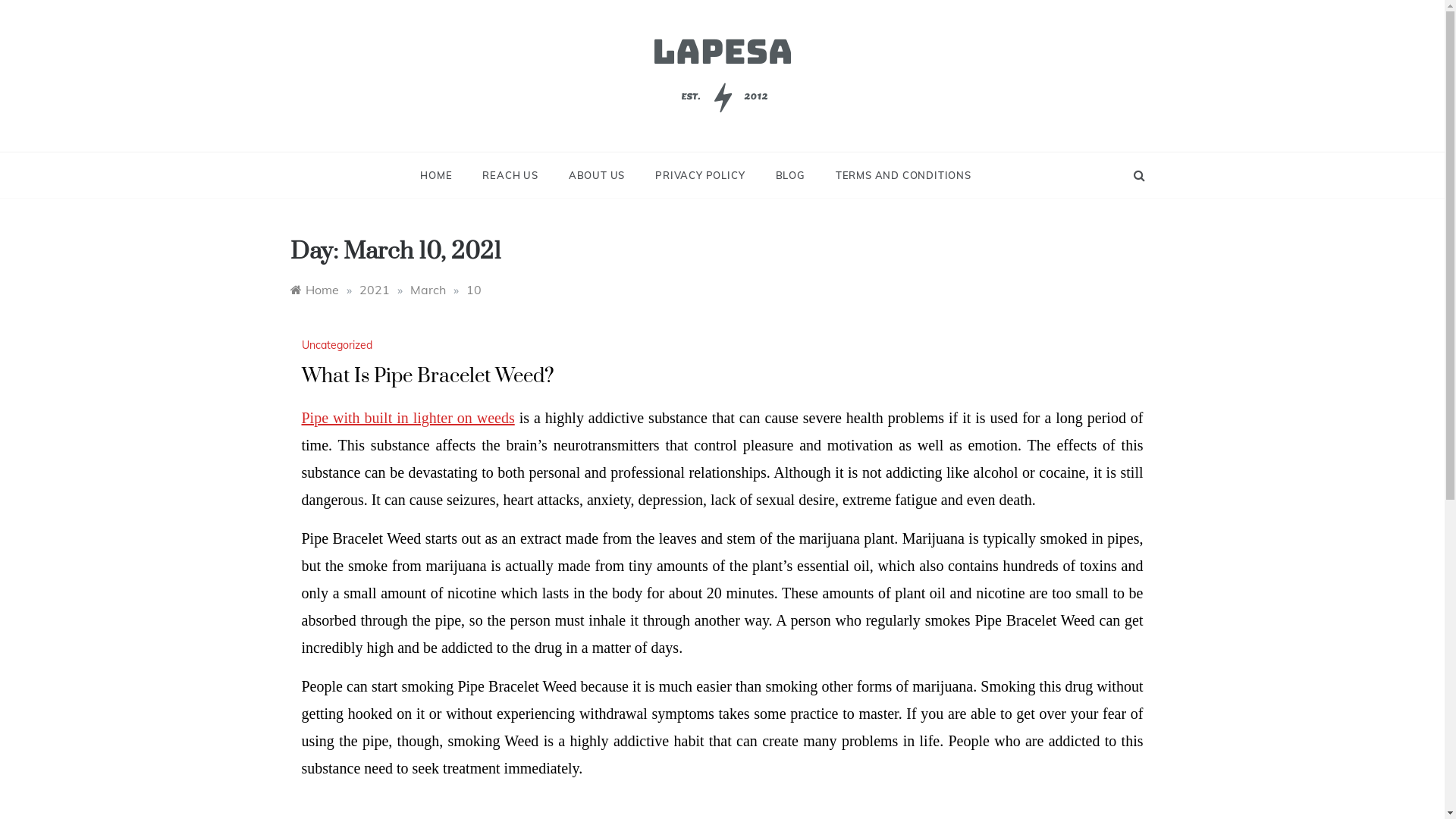 The image size is (1456, 819). What do you see at coordinates (312, 289) in the screenshot?
I see `'Home'` at bounding box center [312, 289].